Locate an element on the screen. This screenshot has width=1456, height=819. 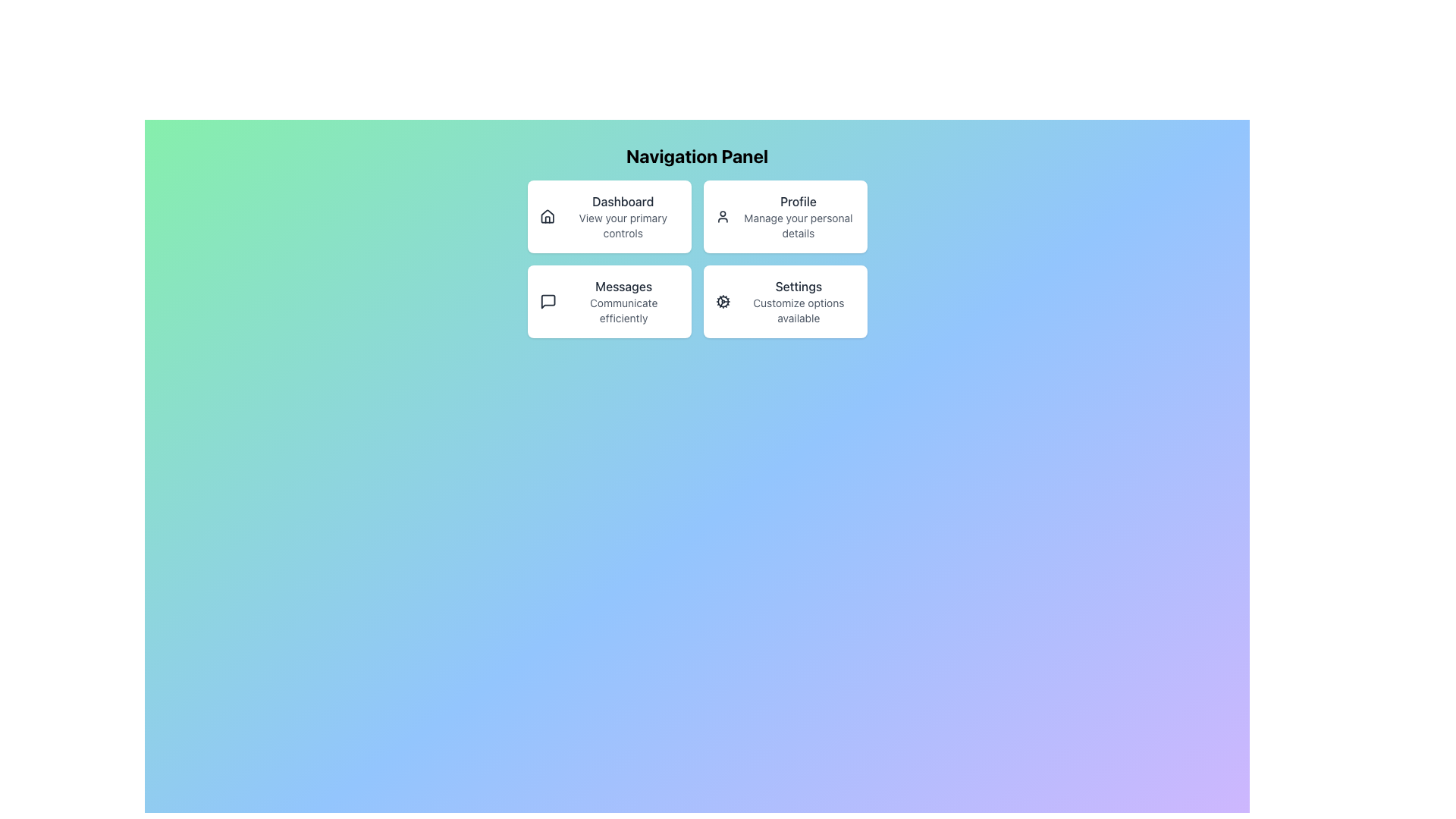
the cogwheel icon located to the left of the 'Settings' text in the bottom-right card of the interface is located at coordinates (722, 301).